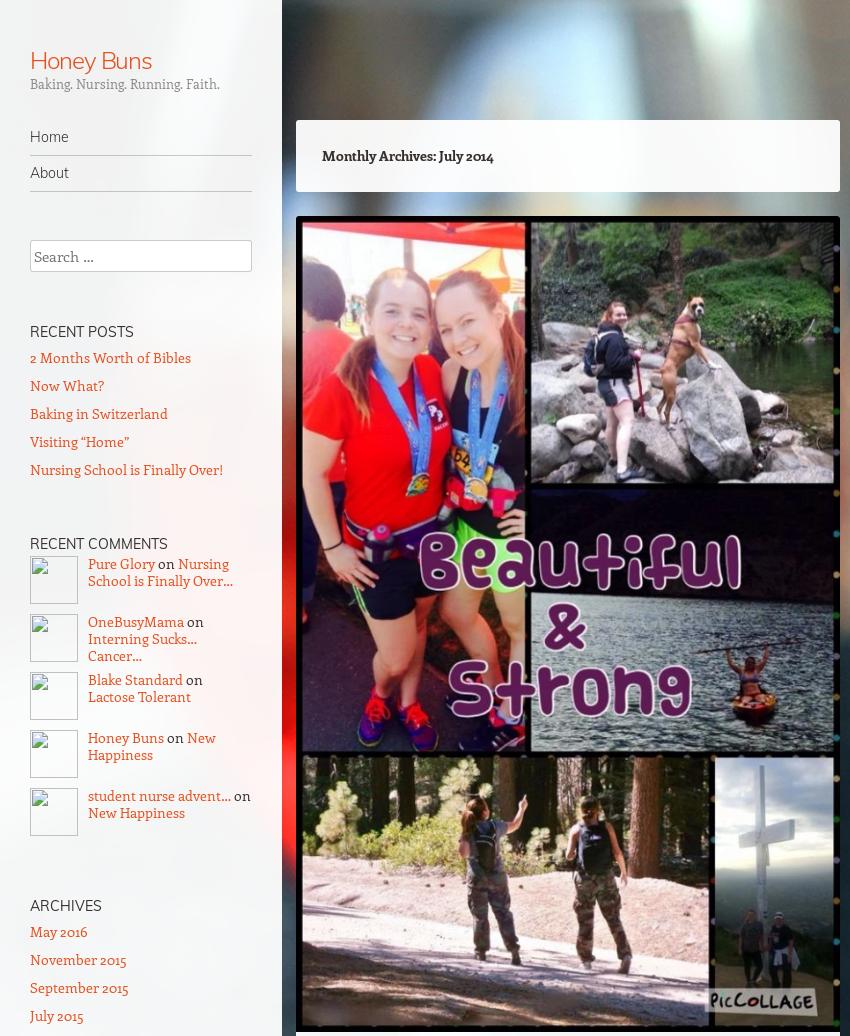 Image resolution: width=850 pixels, height=1036 pixels. What do you see at coordinates (109, 357) in the screenshot?
I see `'2 Months Worth of Bibles'` at bounding box center [109, 357].